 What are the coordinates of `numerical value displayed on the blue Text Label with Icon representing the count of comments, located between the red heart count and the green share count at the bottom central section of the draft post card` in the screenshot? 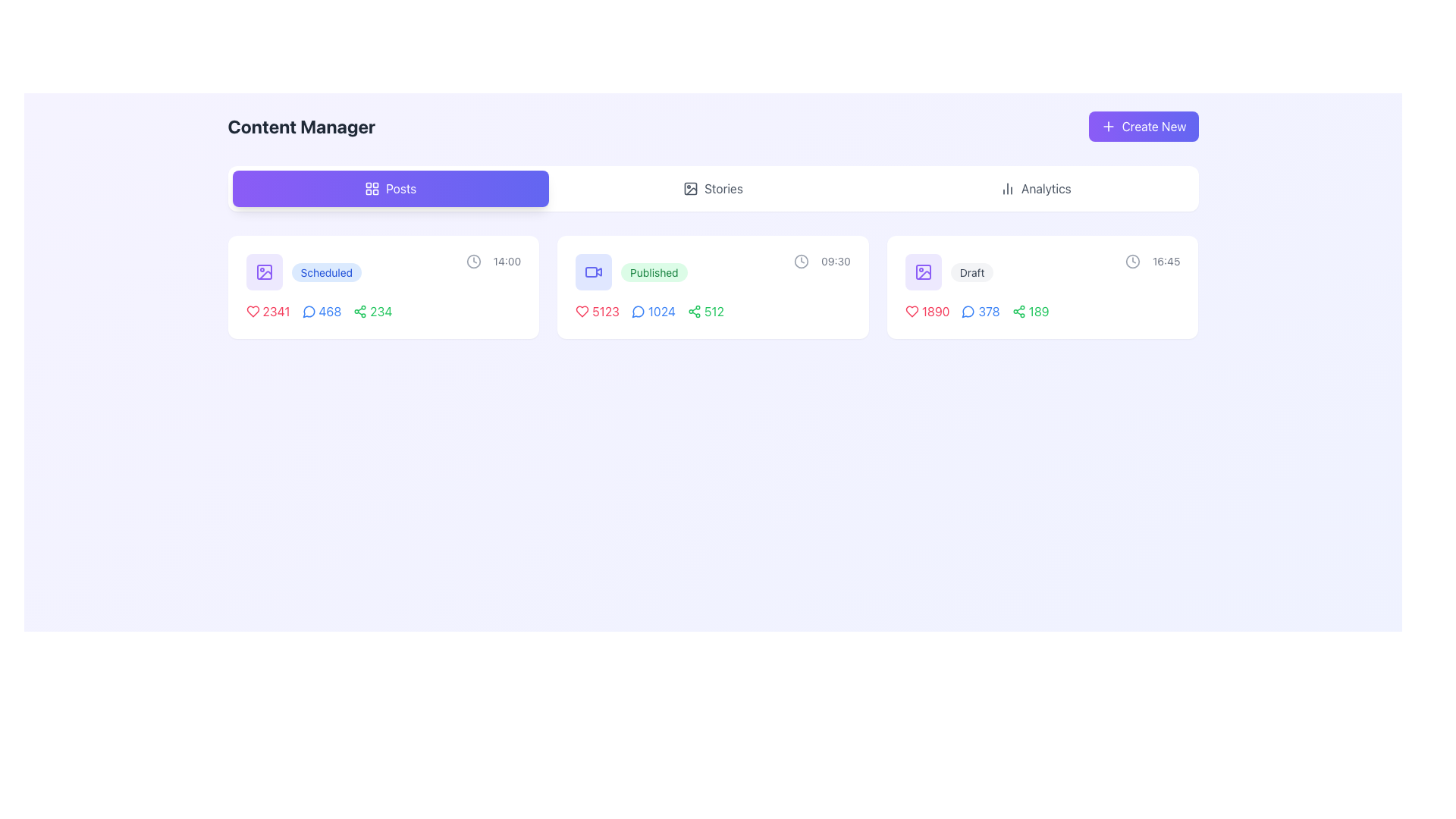 It's located at (977, 311).